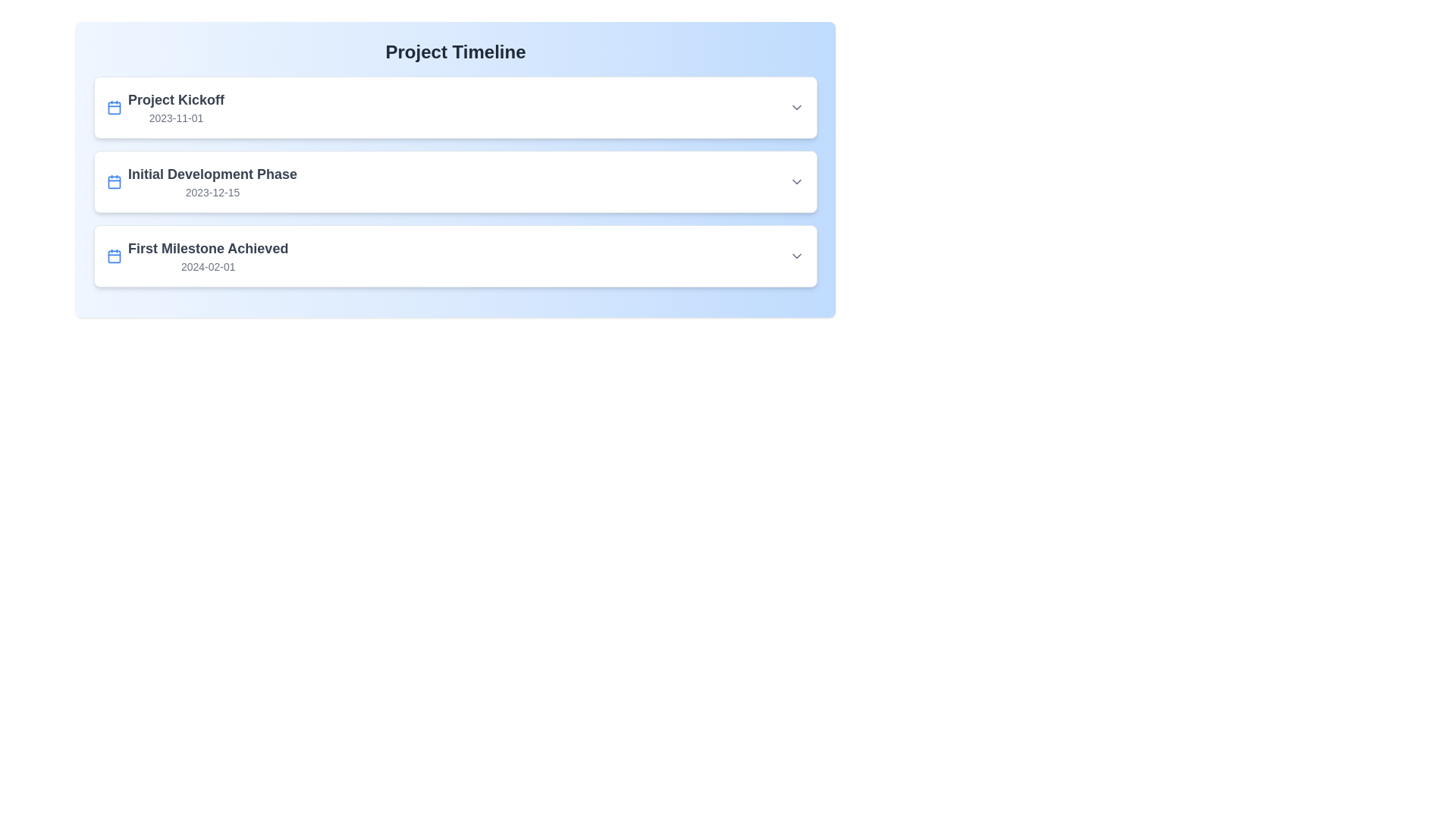 The width and height of the screenshot is (1456, 819). Describe the element at coordinates (113, 107) in the screenshot. I see `the calendar icon component located to the left of the 'Project Kickoff' title, which is a rectangular figure with rounded corners` at that location.